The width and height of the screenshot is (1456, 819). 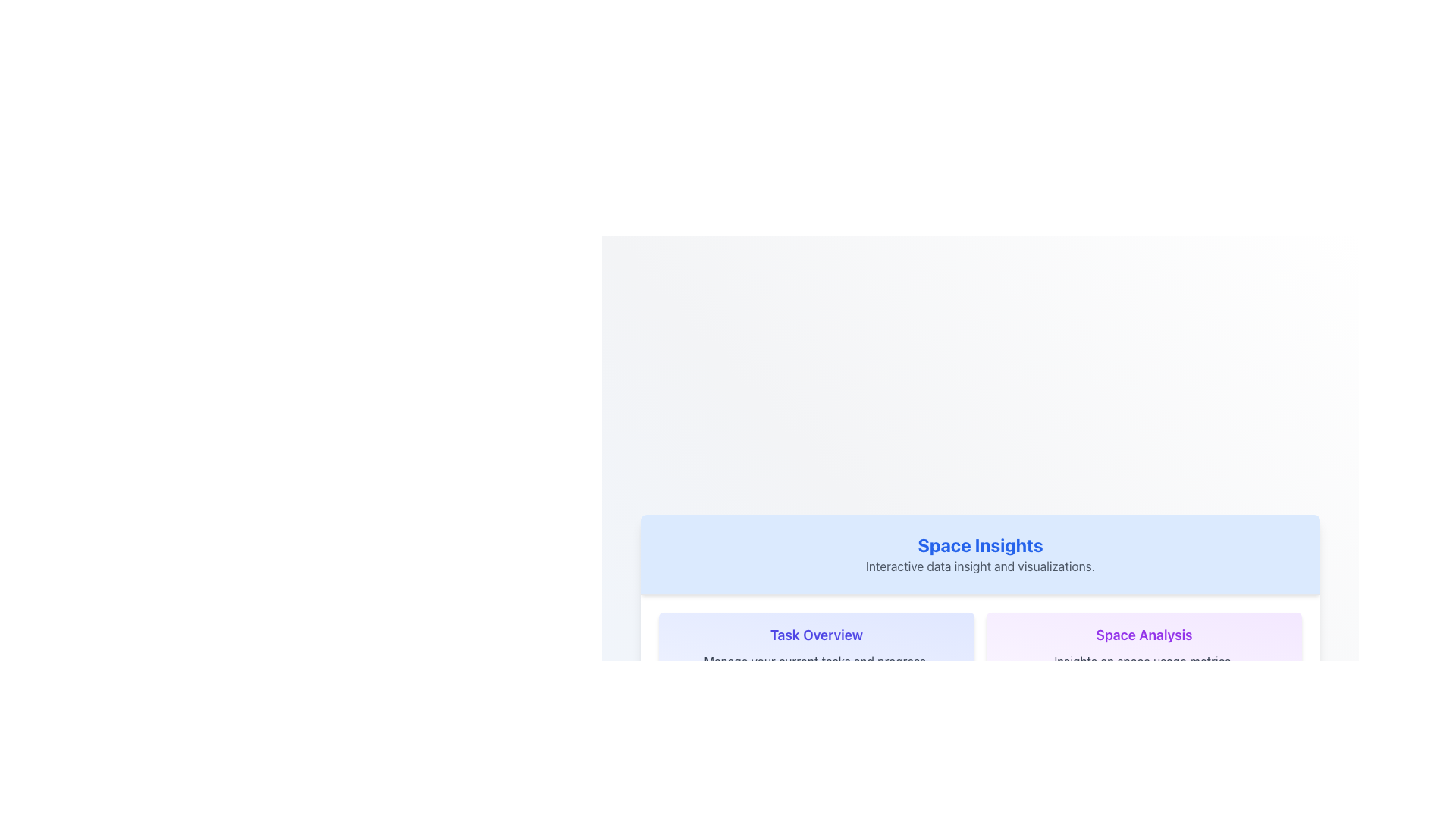 I want to click on the static text element containing 'Interactive data insight and visualizations.' which is styled in gray and located below the title 'Space Insights', so click(x=980, y=565).